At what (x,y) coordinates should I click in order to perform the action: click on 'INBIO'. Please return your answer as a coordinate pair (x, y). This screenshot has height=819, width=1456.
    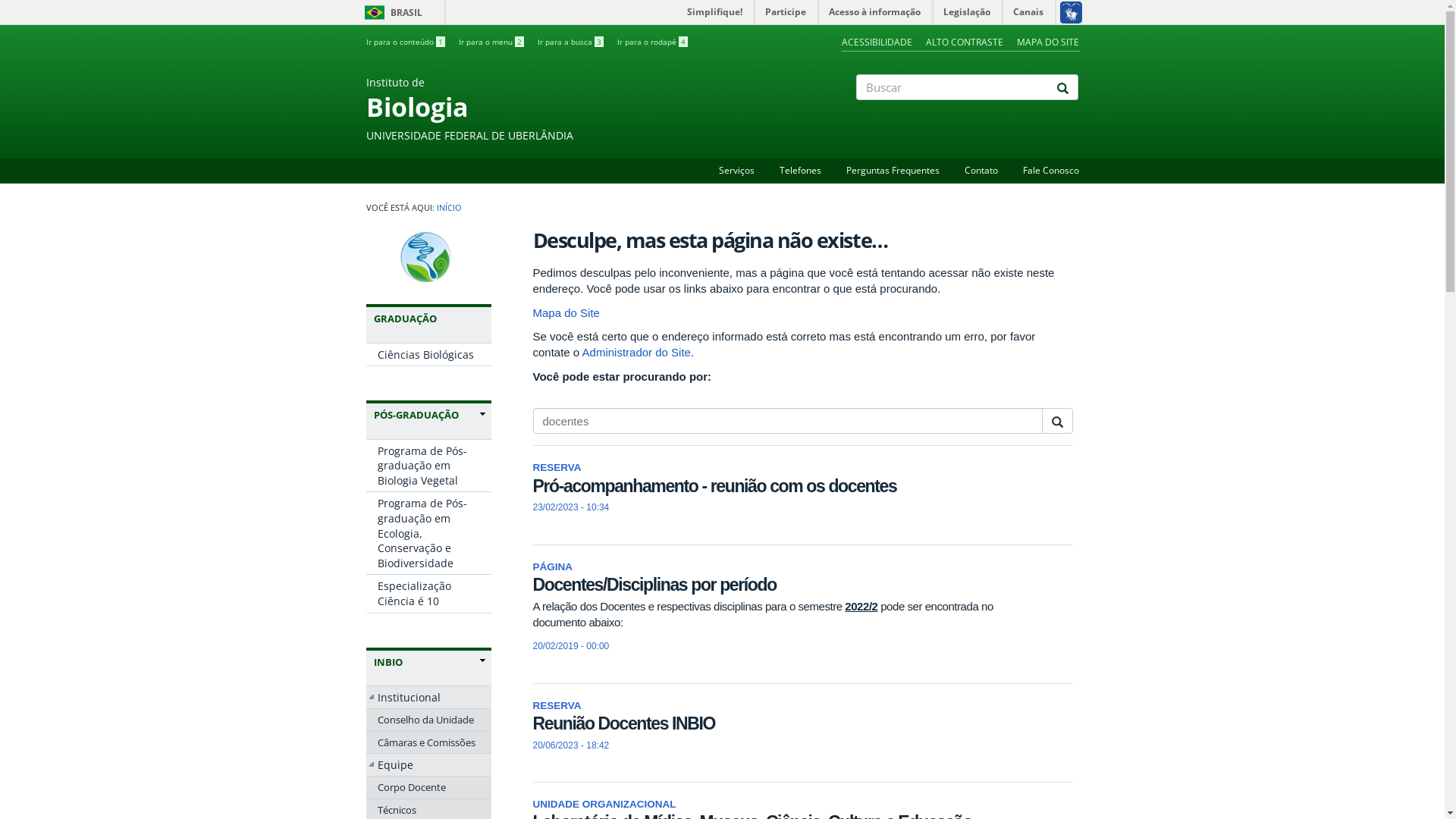
    Looking at the image, I should click on (372, 661).